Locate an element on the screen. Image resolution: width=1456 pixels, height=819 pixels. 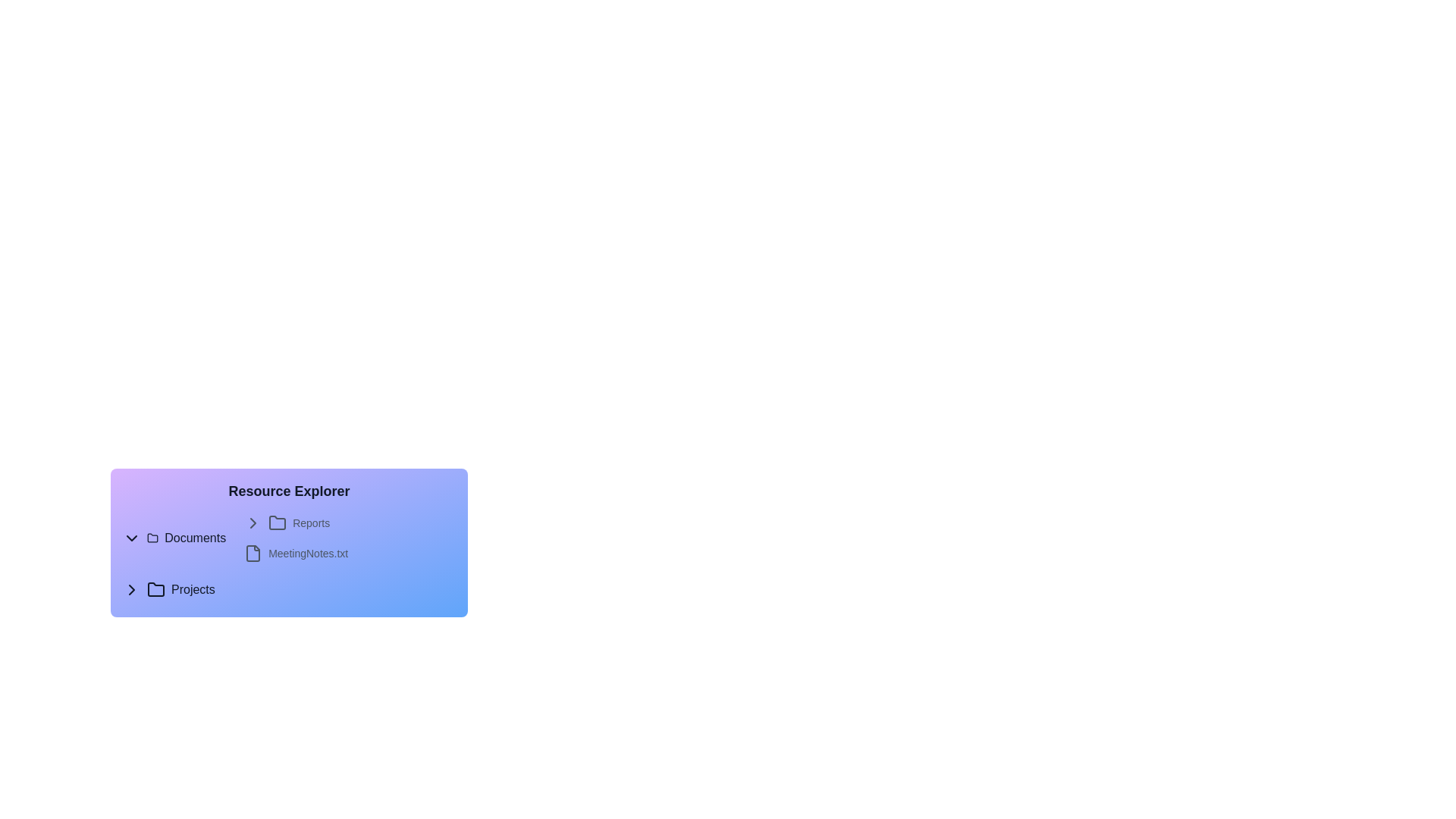
the toggle button located at the beginning of the 'Reports' row in the 'Documents' section is located at coordinates (253, 522).